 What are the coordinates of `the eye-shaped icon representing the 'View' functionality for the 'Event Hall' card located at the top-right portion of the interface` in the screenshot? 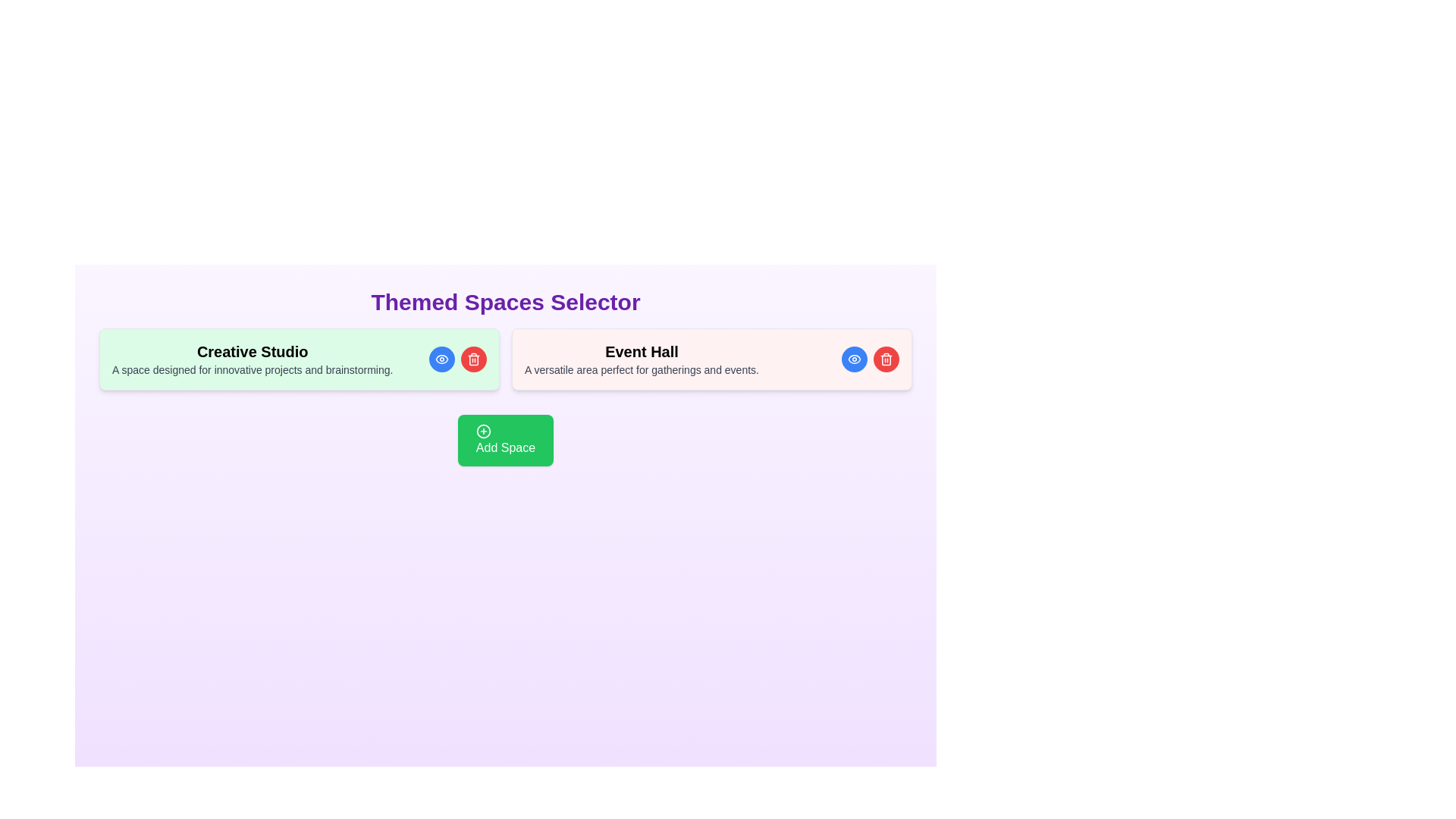 It's located at (441, 359).